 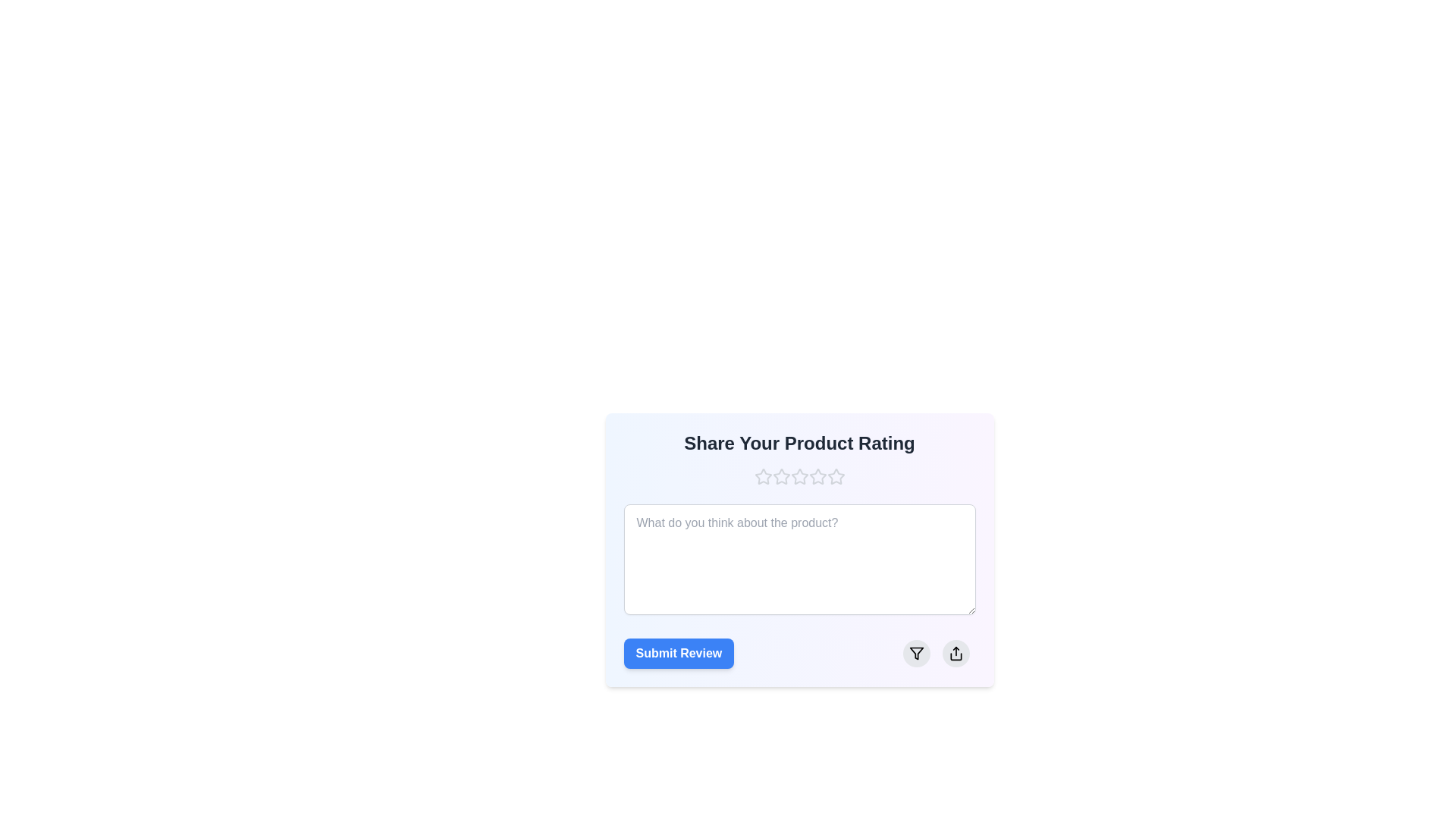 What do you see at coordinates (763, 475) in the screenshot?
I see `the first star rating icon in the row of five stars, located below the 'Share Your Product Rating' header` at bounding box center [763, 475].